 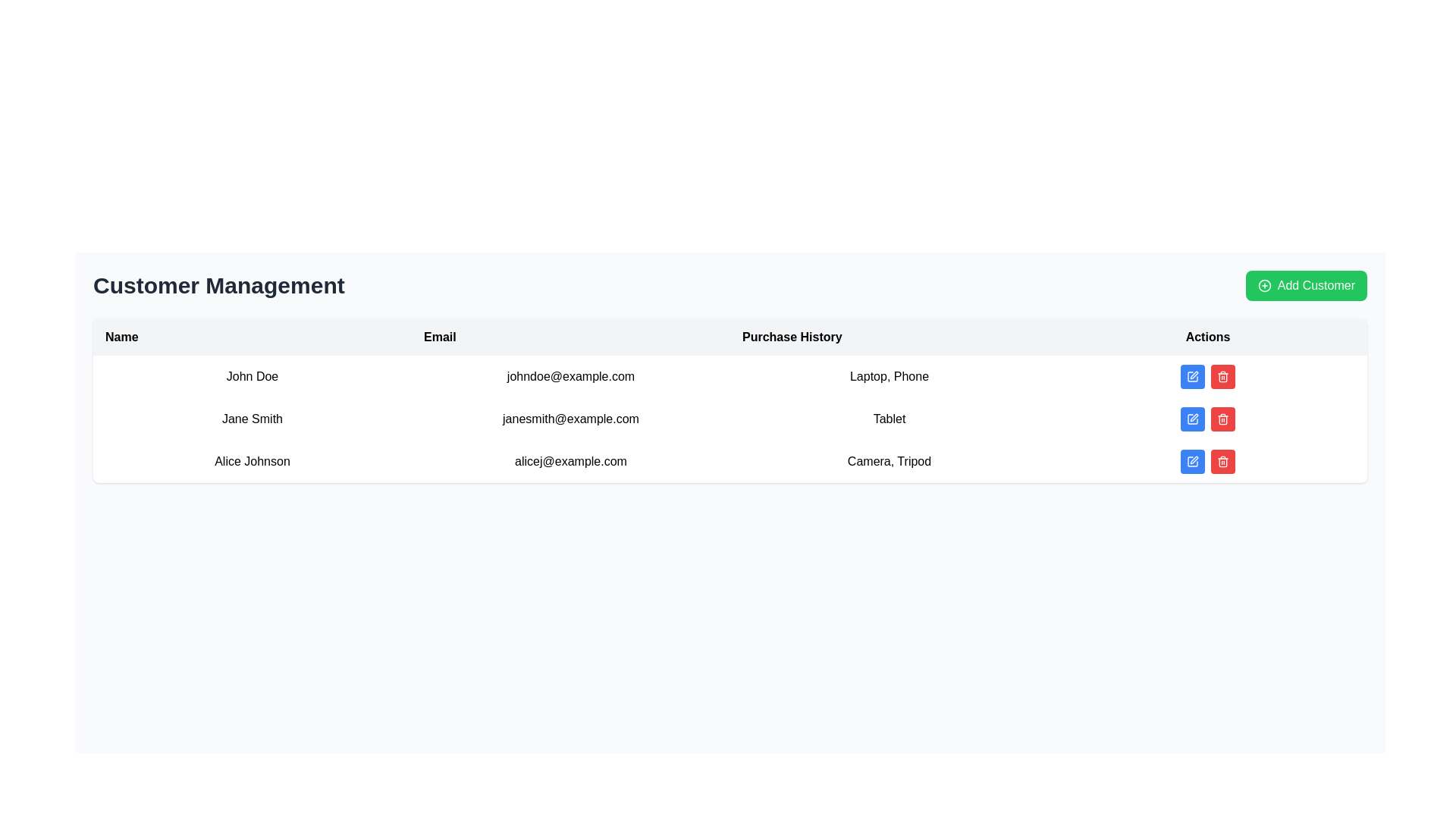 What do you see at coordinates (730, 376) in the screenshot?
I see `the first row of the table that contains customer details, specifically the row with the name 'John Doe'` at bounding box center [730, 376].